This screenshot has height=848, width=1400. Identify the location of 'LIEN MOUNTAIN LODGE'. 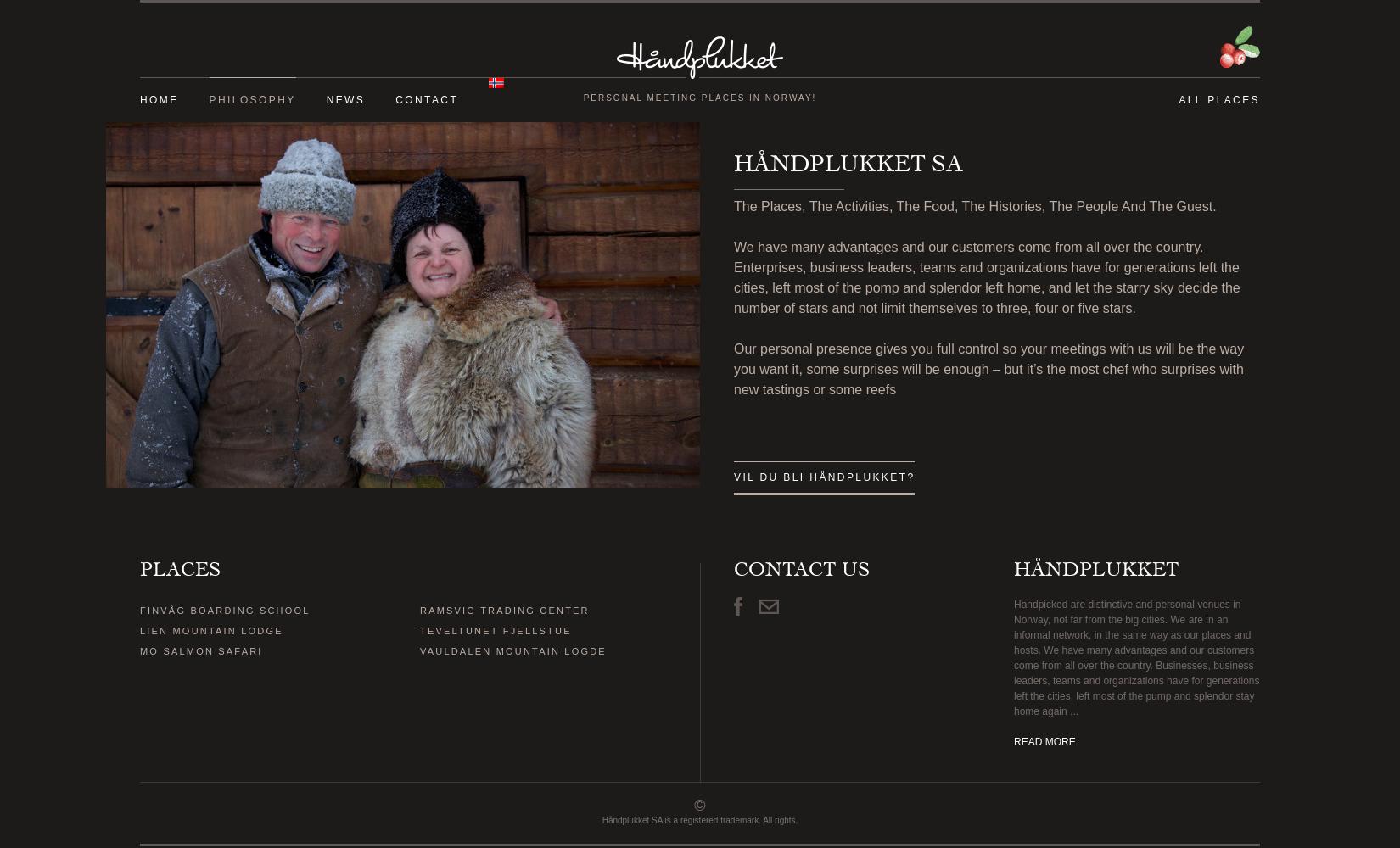
(210, 630).